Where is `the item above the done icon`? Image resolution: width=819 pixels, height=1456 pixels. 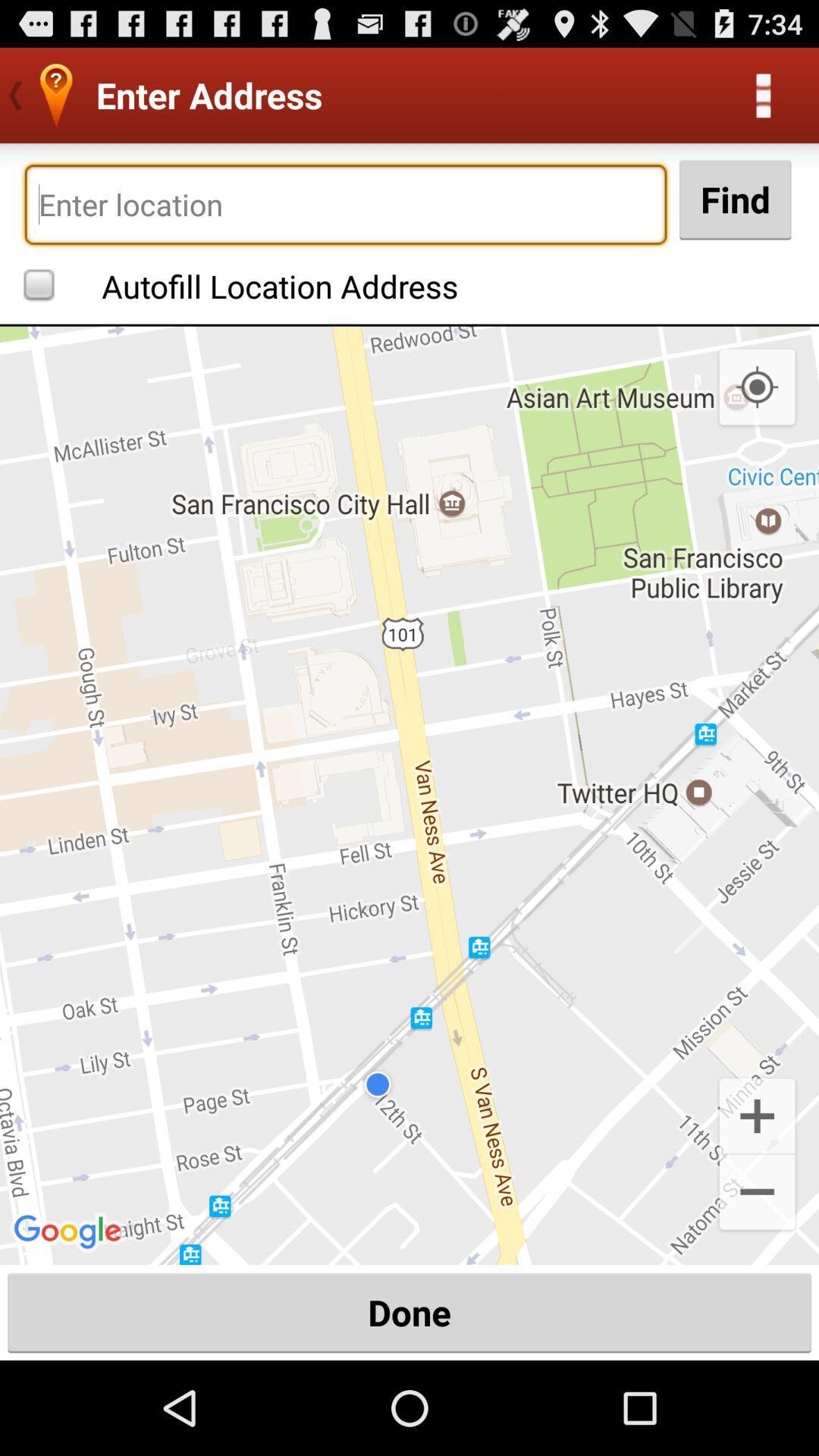 the item above the done icon is located at coordinates (757, 1193).